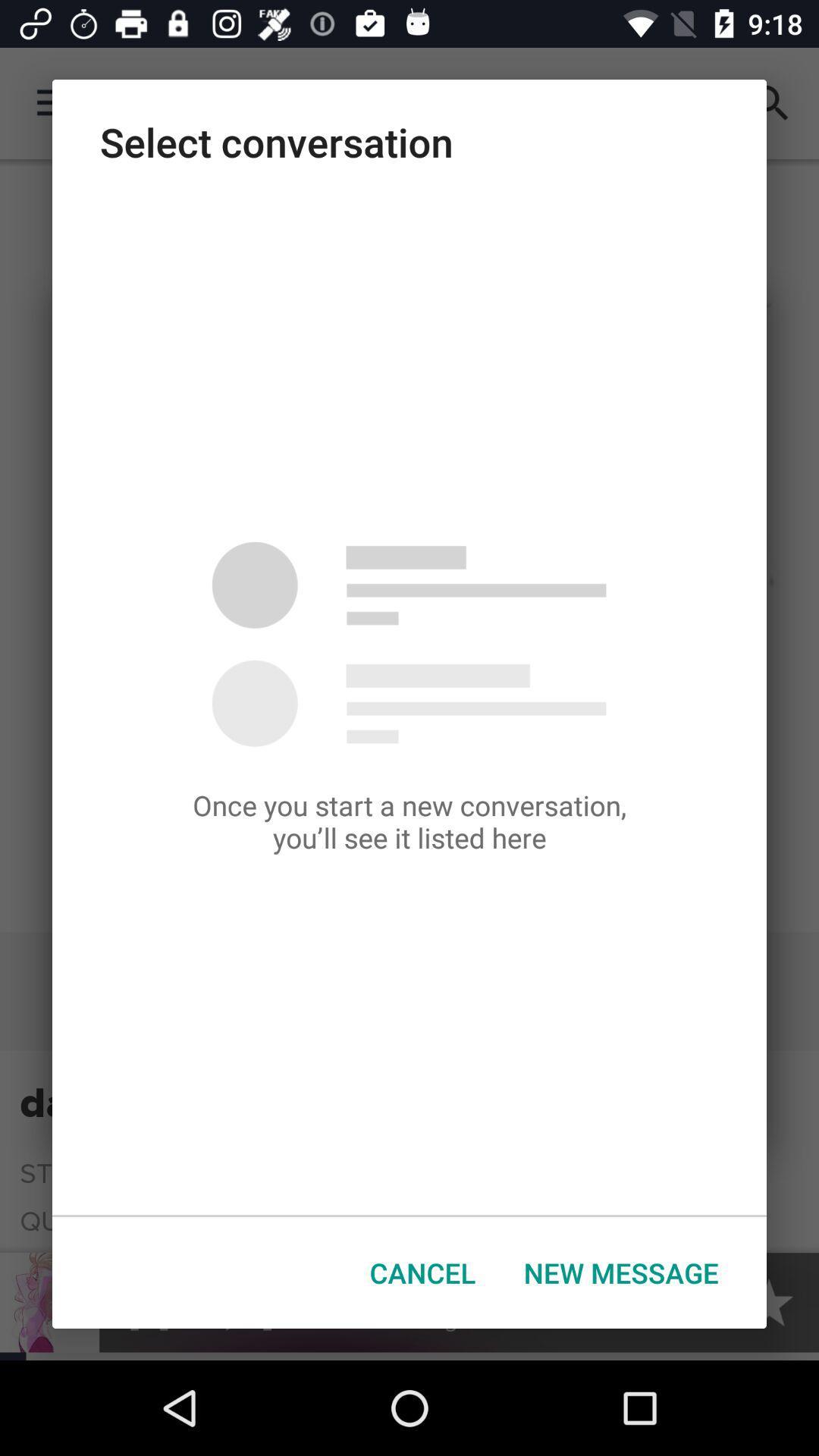  What do you see at coordinates (621, 1272) in the screenshot?
I see `the button at the bottom right corner` at bounding box center [621, 1272].